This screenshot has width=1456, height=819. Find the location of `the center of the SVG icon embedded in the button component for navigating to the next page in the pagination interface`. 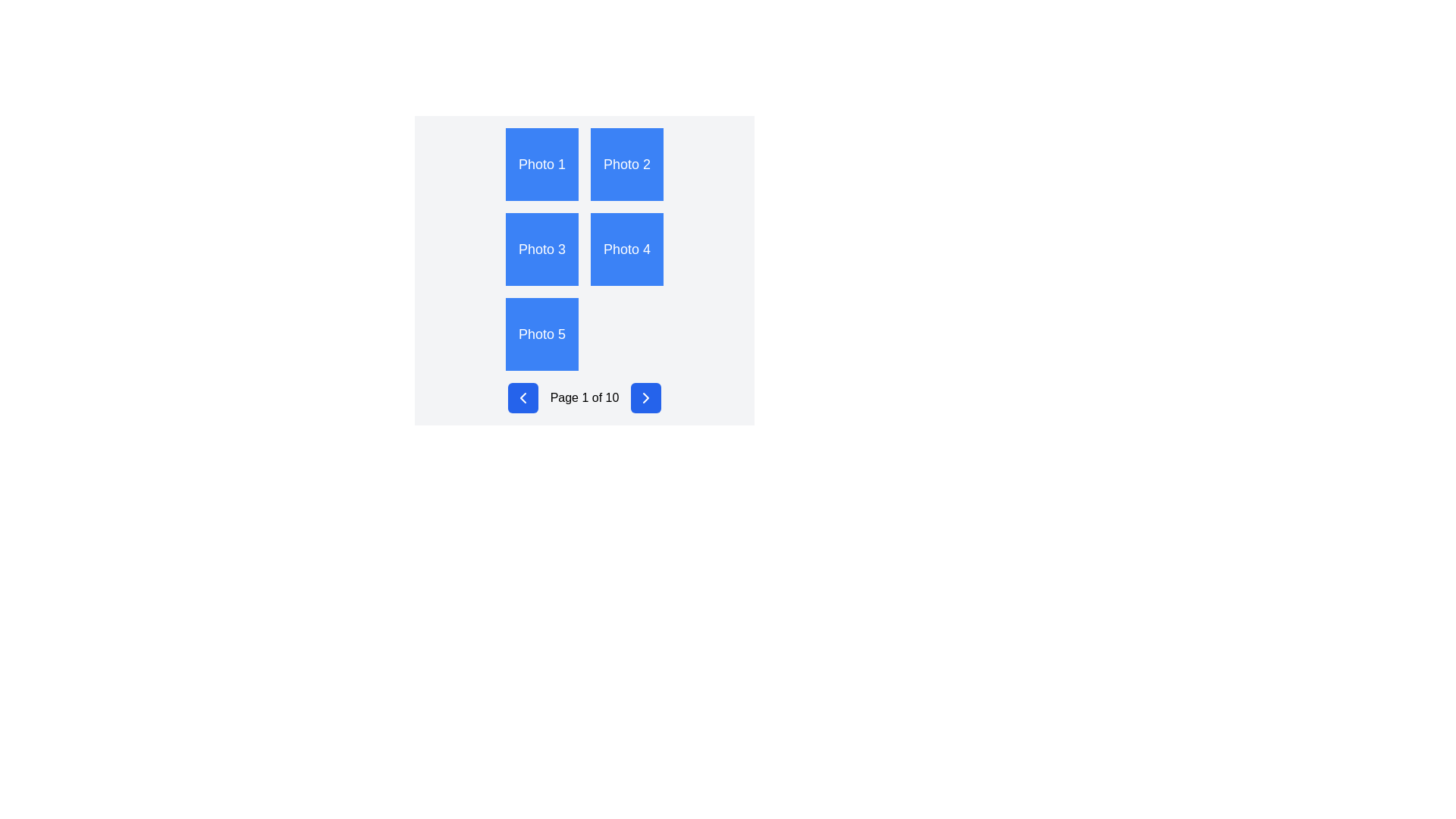

the center of the SVG icon embedded in the button component for navigating to the next page in the pagination interface is located at coordinates (646, 397).